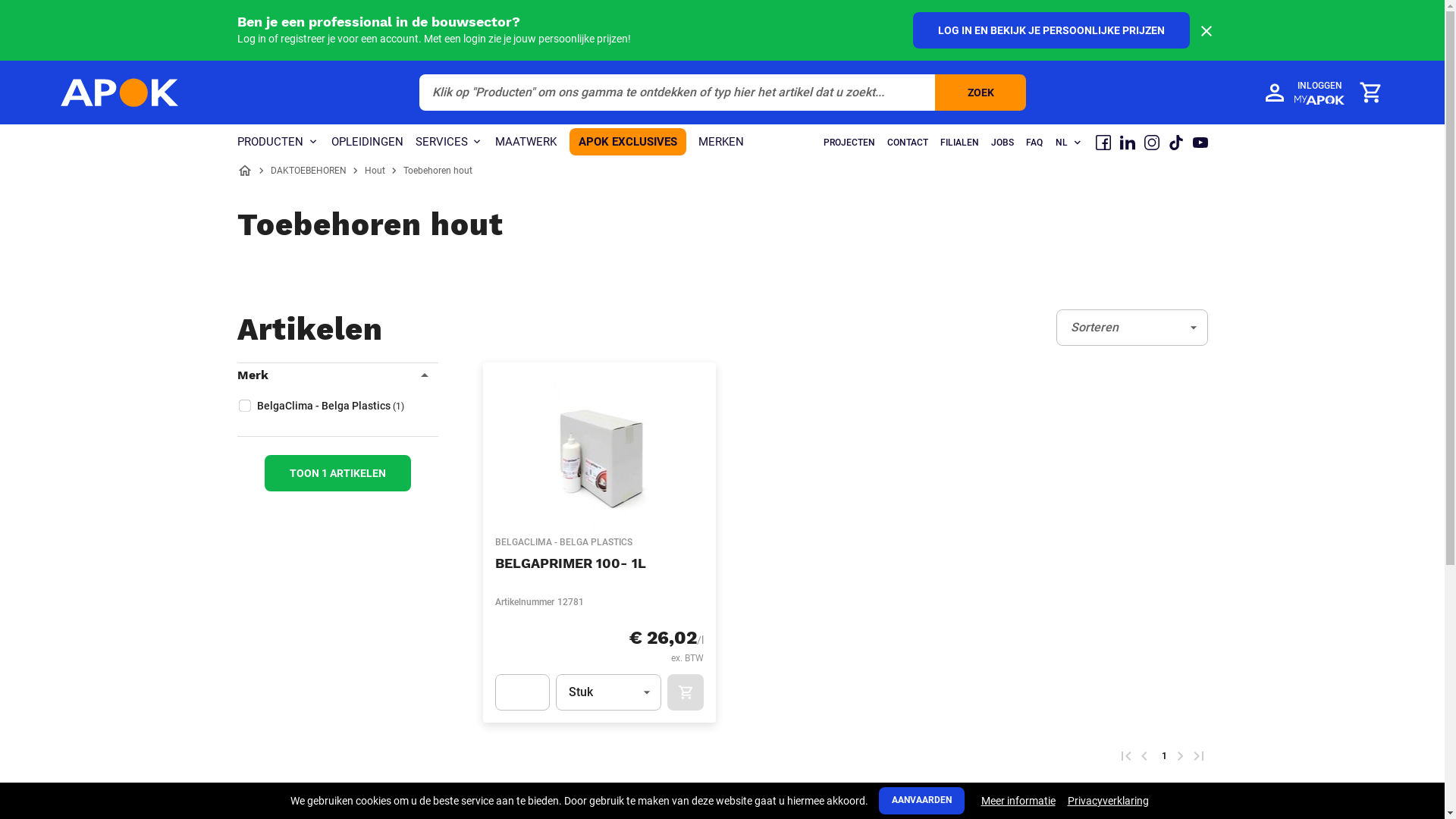  What do you see at coordinates (1175, 143) in the screenshot?
I see `'TikTok'` at bounding box center [1175, 143].